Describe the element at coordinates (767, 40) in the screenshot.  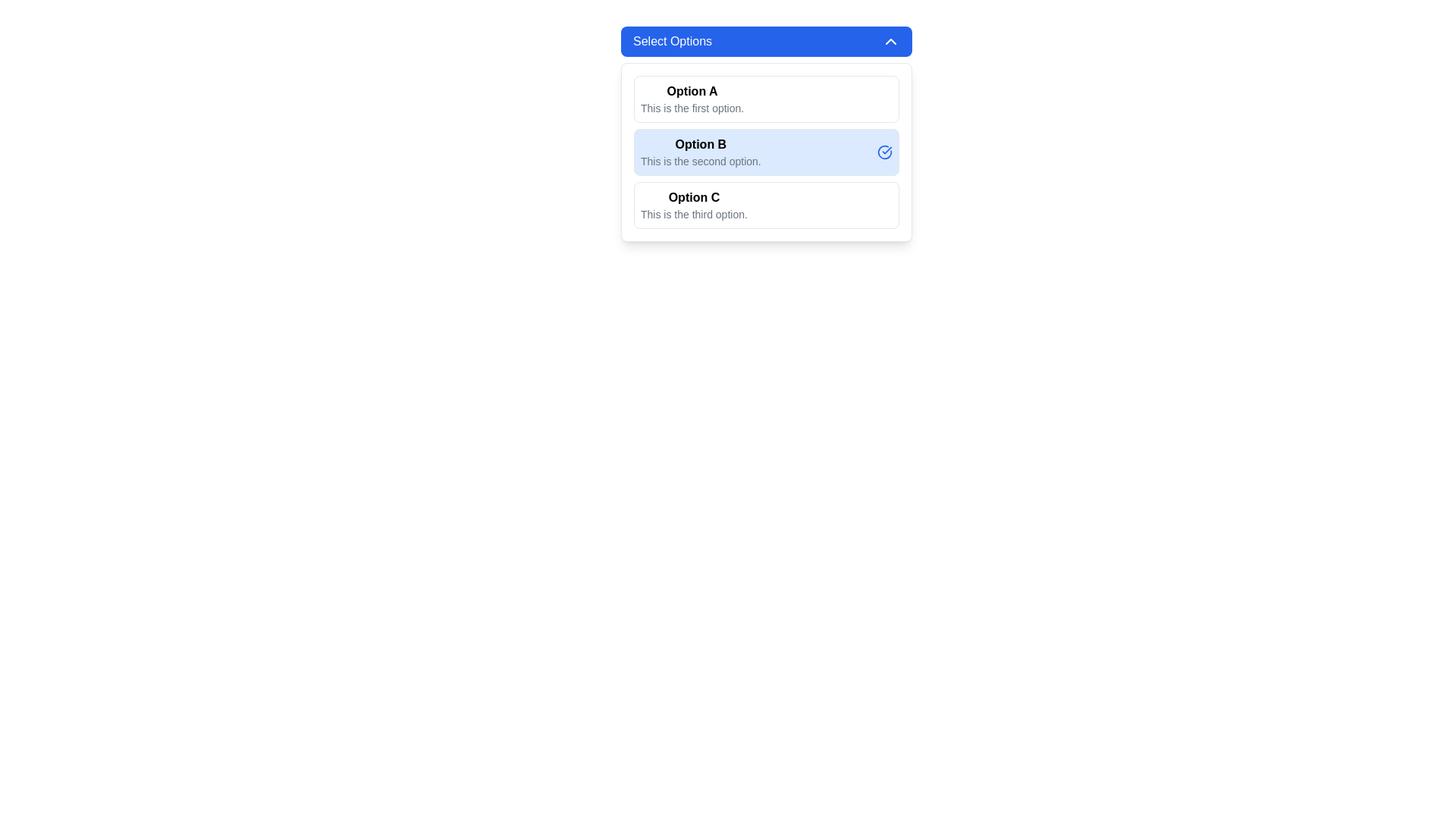
I see `the Dropdown toggle button located at the top of the dropdown structure` at that location.